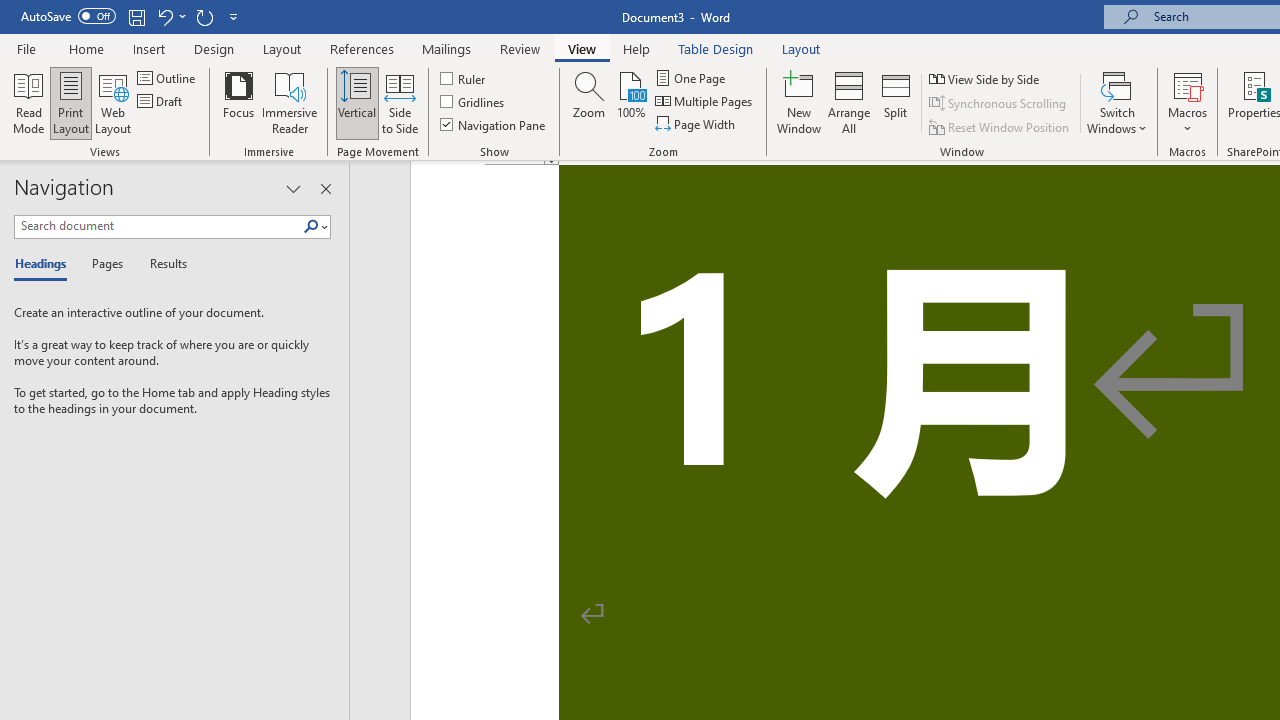 This screenshot has height=720, width=1280. Describe the element at coordinates (636, 48) in the screenshot. I see `'Help'` at that location.